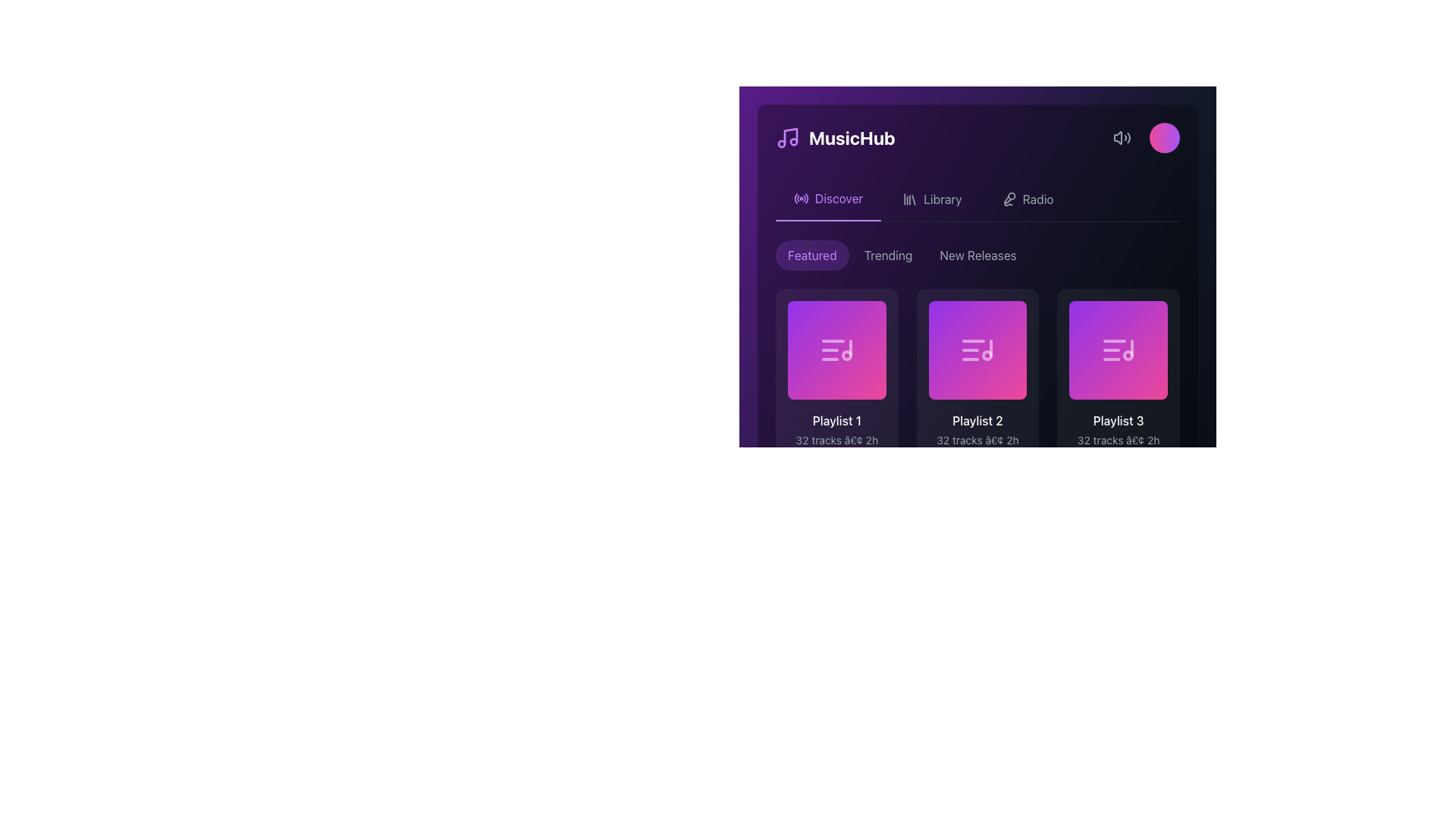 The image size is (1456, 819). I want to click on the first clickable button in the top-right section of the interface, so click(1122, 137).